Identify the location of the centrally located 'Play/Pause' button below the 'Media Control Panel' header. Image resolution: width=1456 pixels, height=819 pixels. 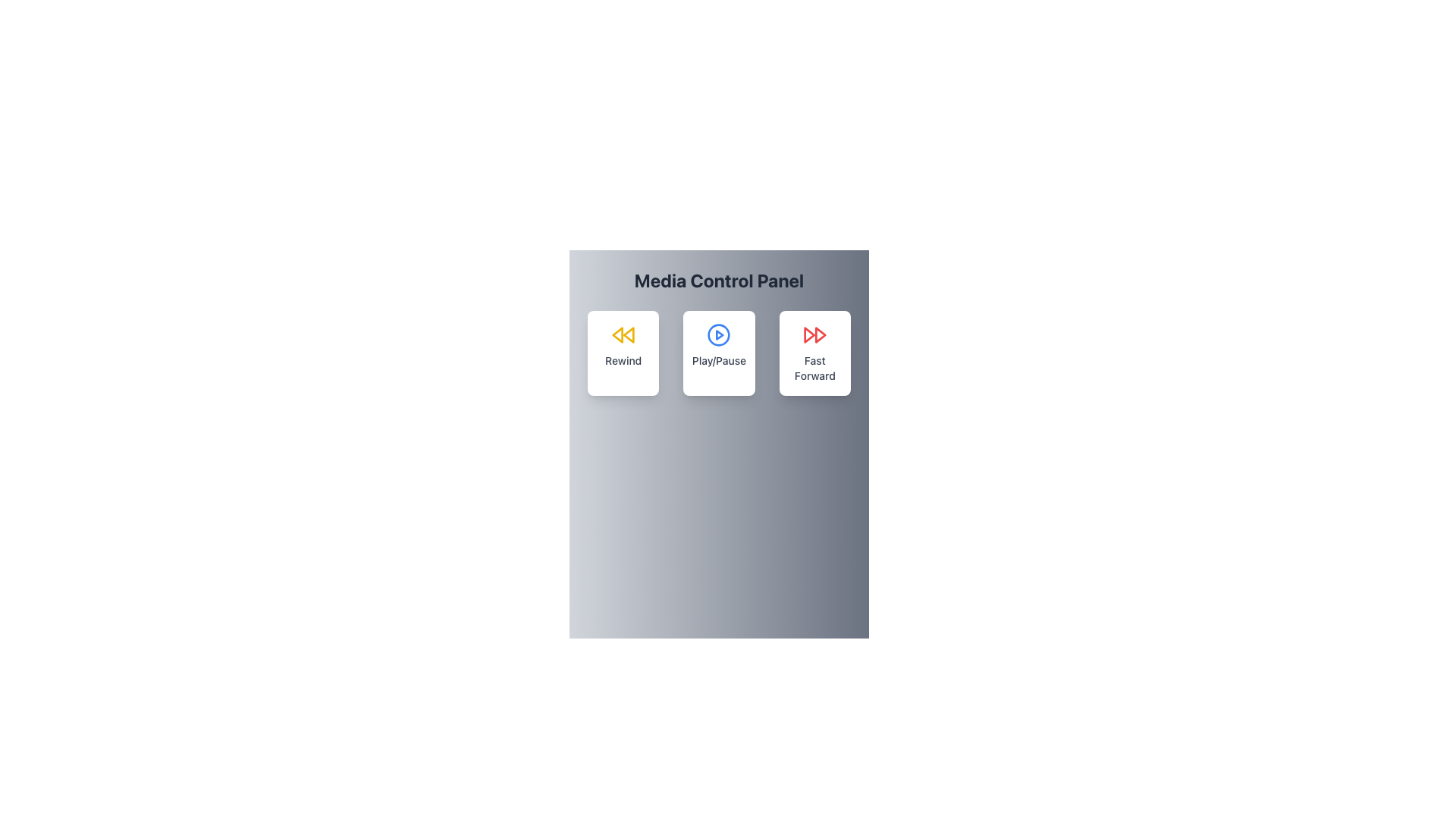
(718, 353).